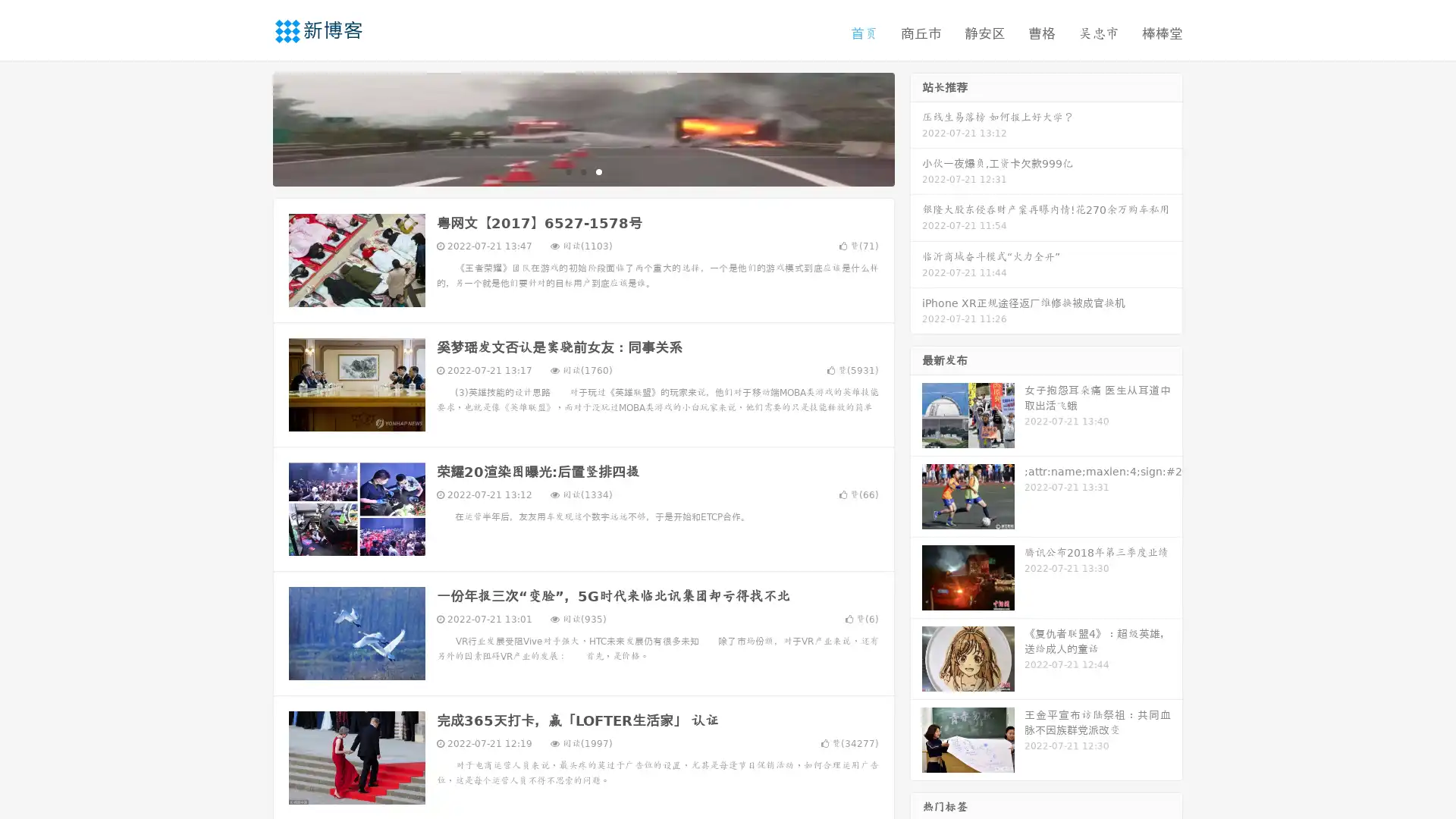 This screenshot has height=819, width=1456. Describe the element at coordinates (250, 127) in the screenshot. I see `Previous slide` at that location.